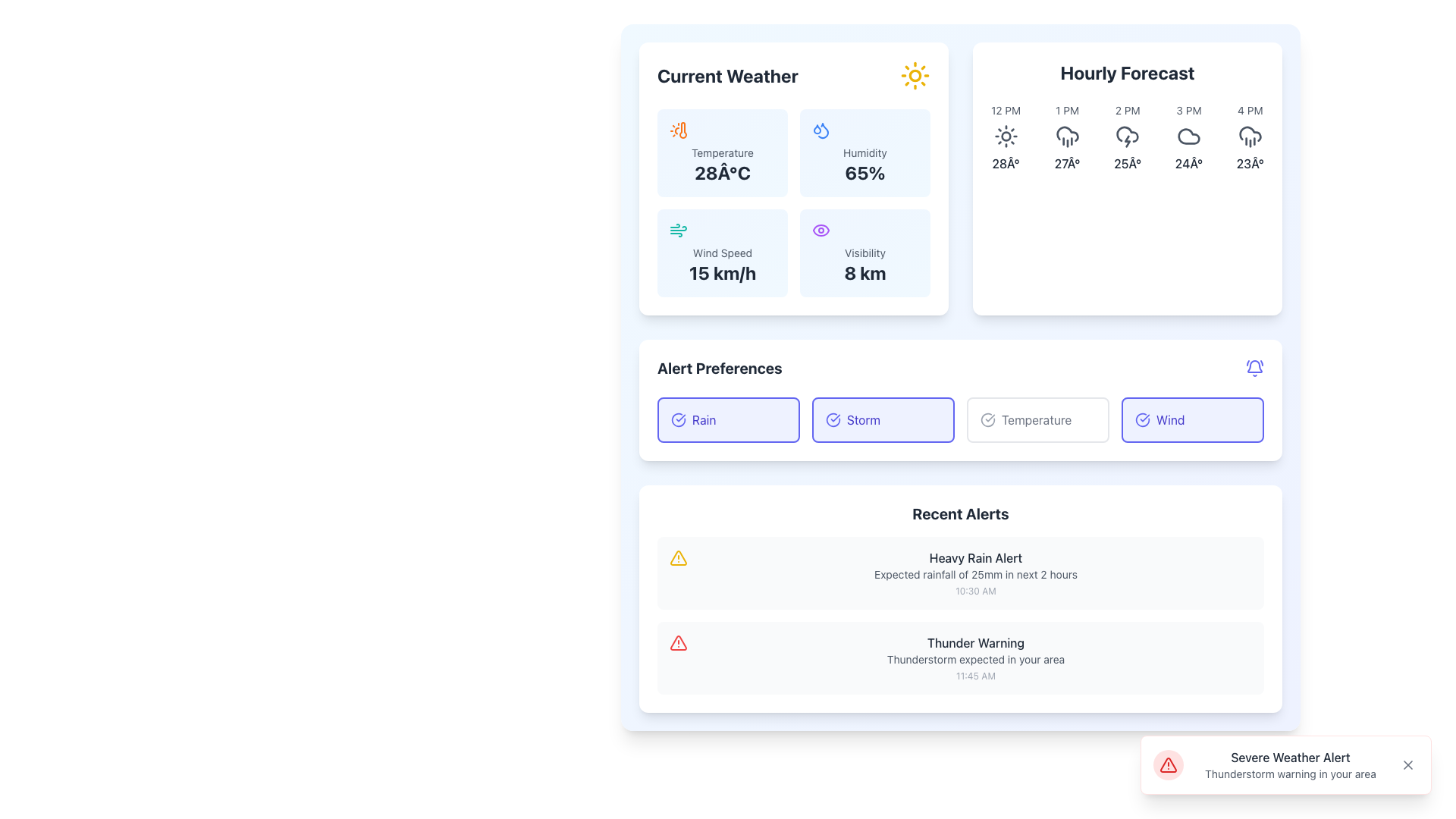 The height and width of the screenshot is (819, 1456). What do you see at coordinates (719, 369) in the screenshot?
I see `the Text Header labeled 'Alert Preferences' which is prominently displayed in bold and dark gray above the buttons for Rain, Storm, Temperature, and Wind` at bounding box center [719, 369].